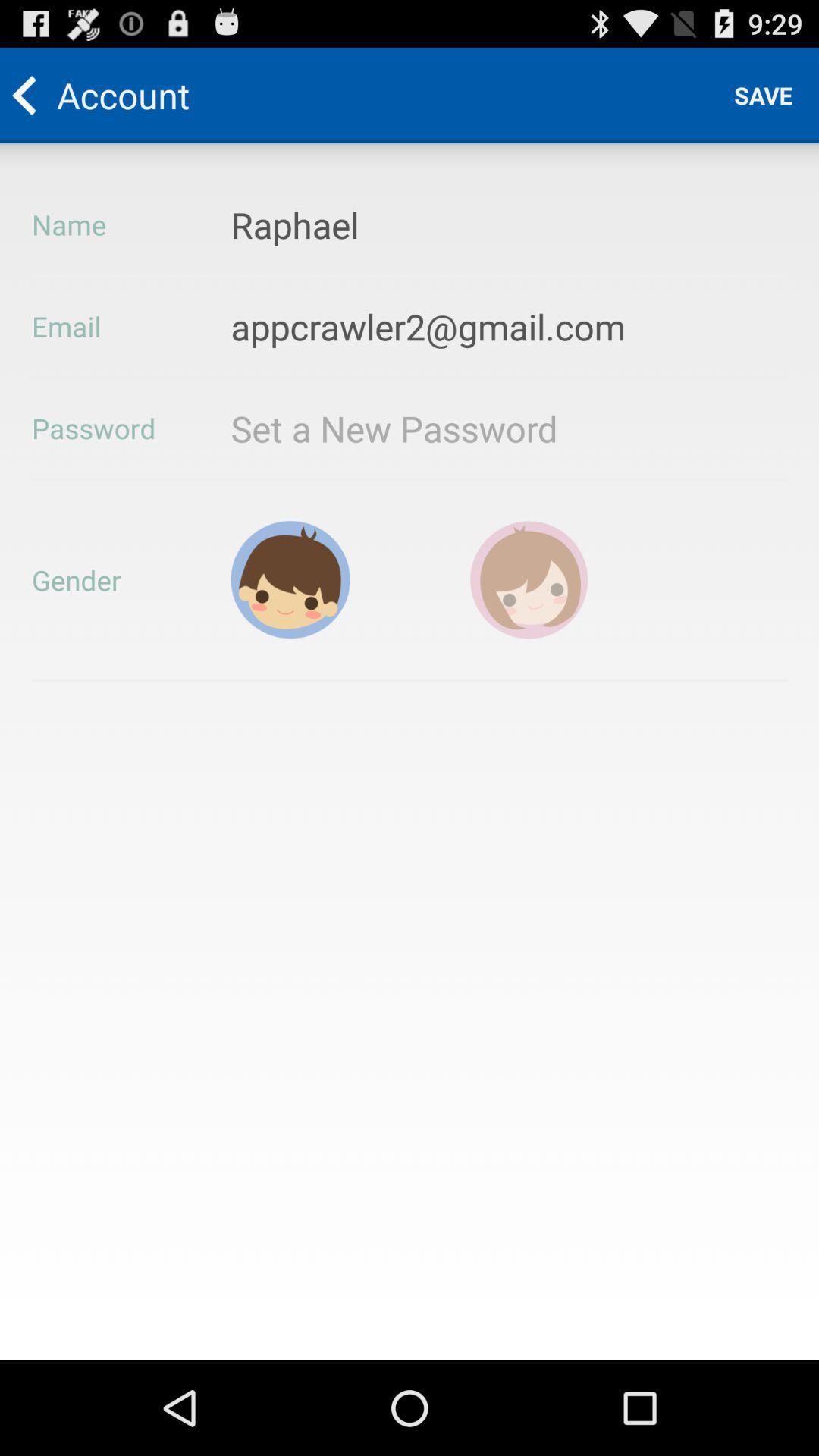 This screenshot has width=819, height=1456. I want to click on gender, so click(290, 579).